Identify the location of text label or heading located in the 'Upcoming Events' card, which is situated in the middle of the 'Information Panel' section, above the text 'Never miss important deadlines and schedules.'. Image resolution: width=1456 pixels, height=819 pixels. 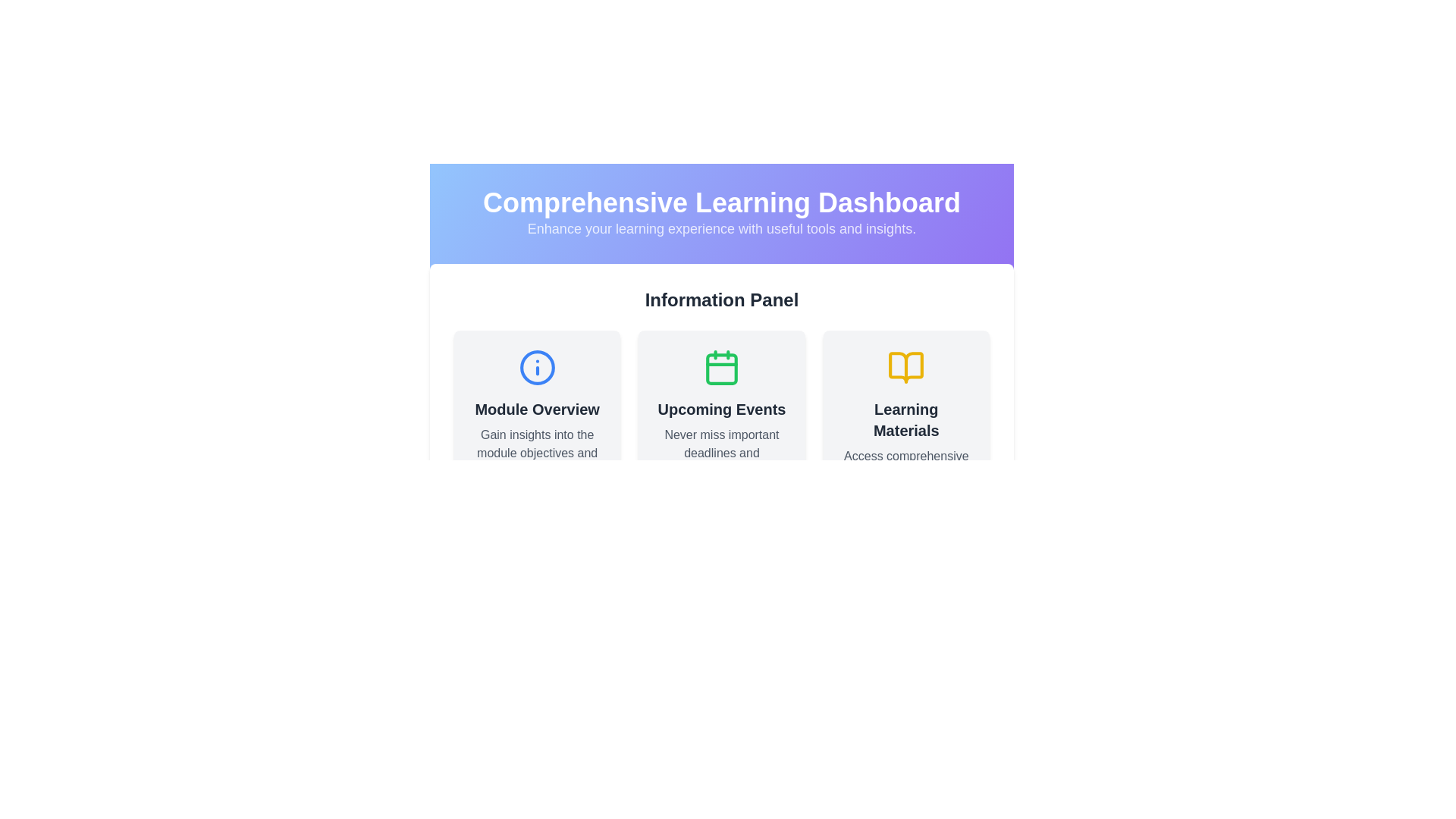
(720, 409).